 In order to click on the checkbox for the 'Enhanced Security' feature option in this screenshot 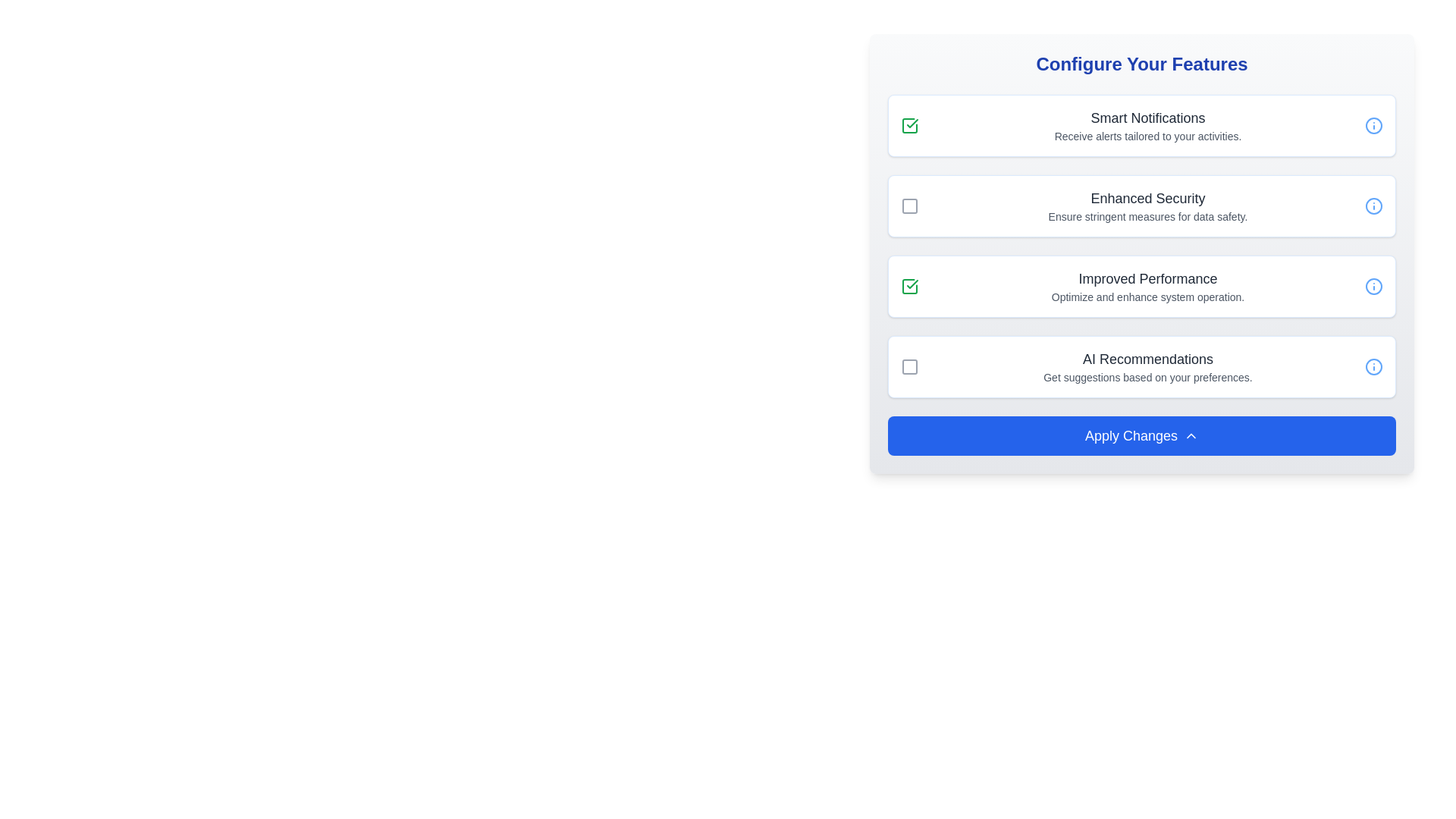, I will do `click(1142, 206)`.